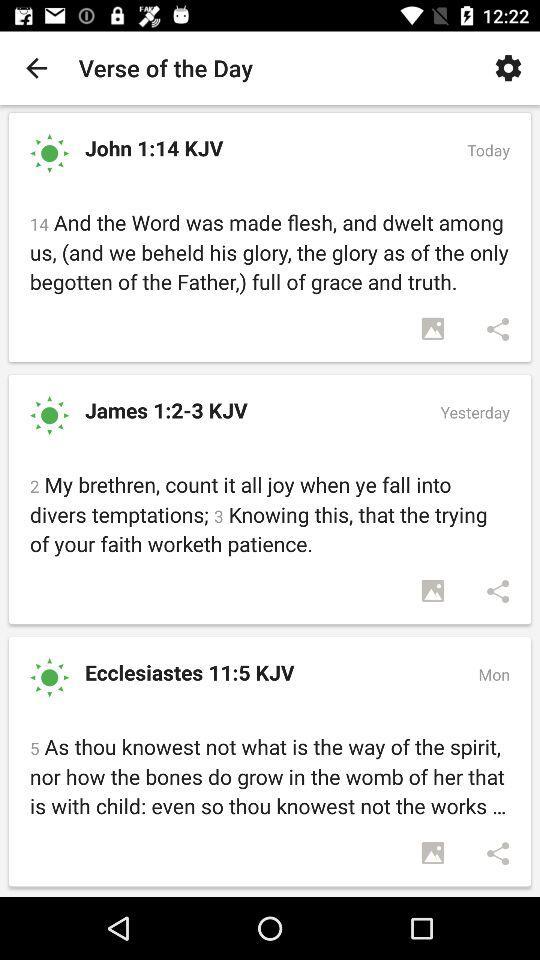 This screenshot has height=960, width=540. What do you see at coordinates (36, 68) in the screenshot?
I see `icon to the left of the verse of the icon` at bounding box center [36, 68].